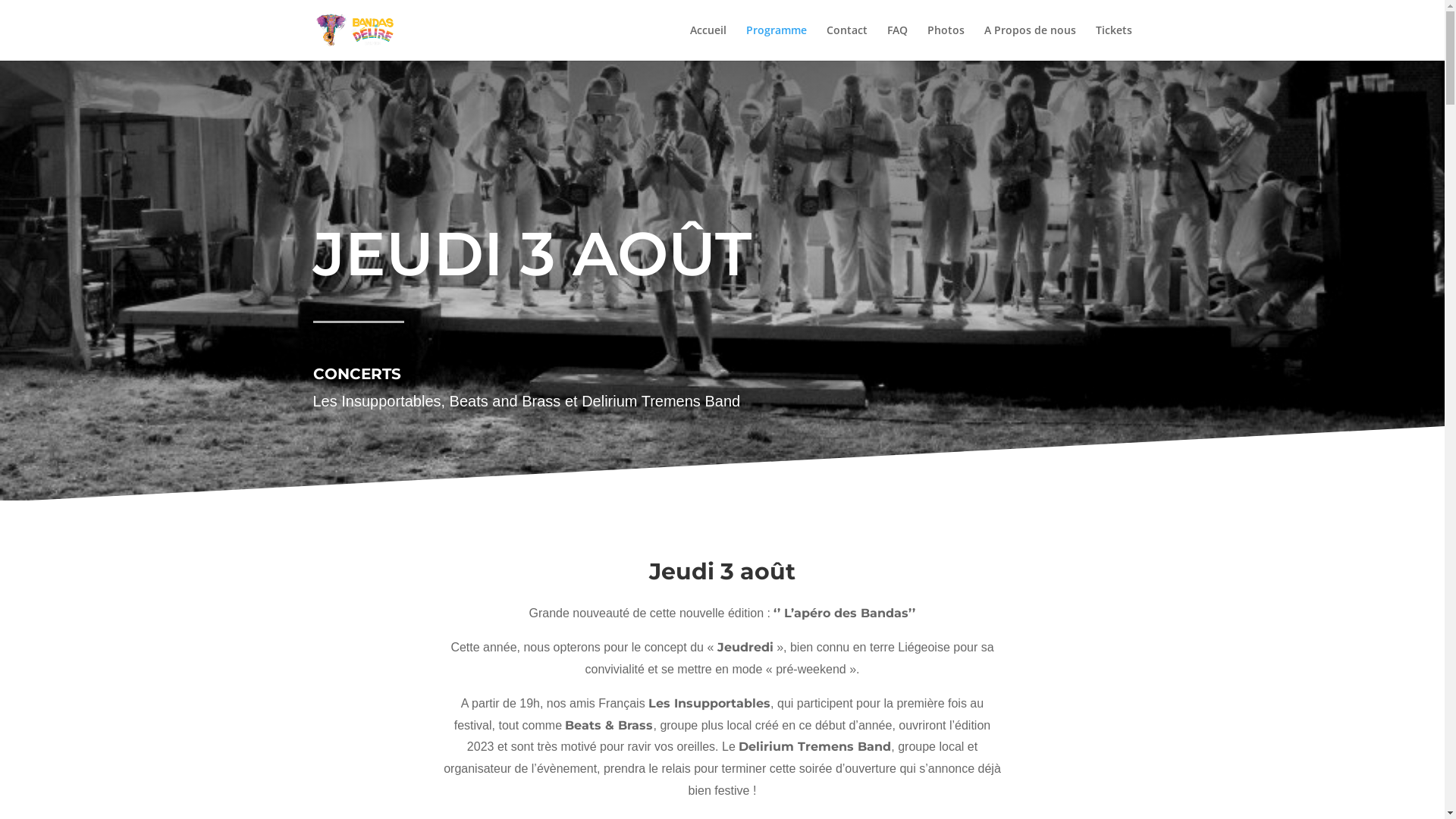  What do you see at coordinates (887, 42) in the screenshot?
I see `'FAQ'` at bounding box center [887, 42].